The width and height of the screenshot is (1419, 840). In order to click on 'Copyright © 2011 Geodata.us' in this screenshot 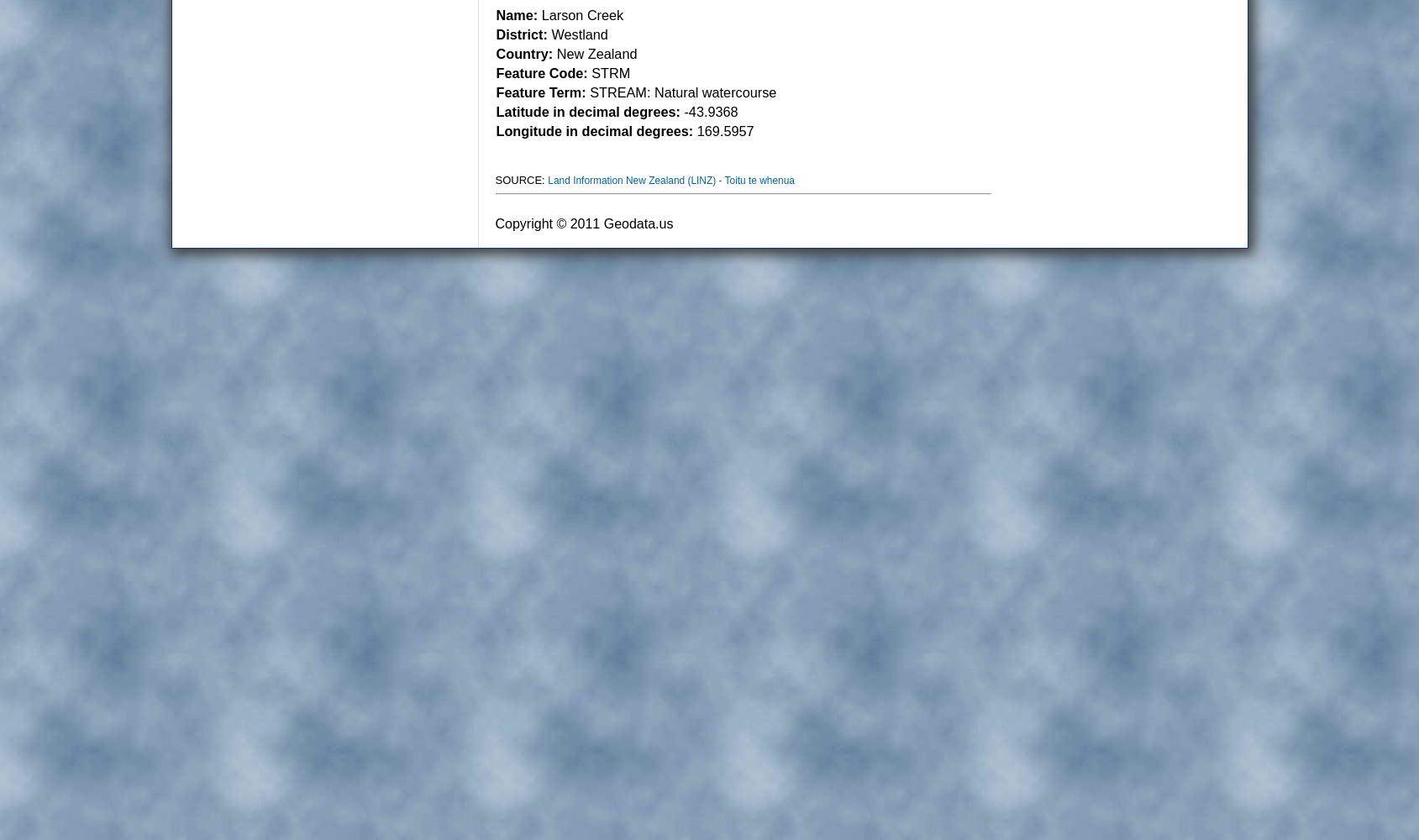, I will do `click(584, 223)`.